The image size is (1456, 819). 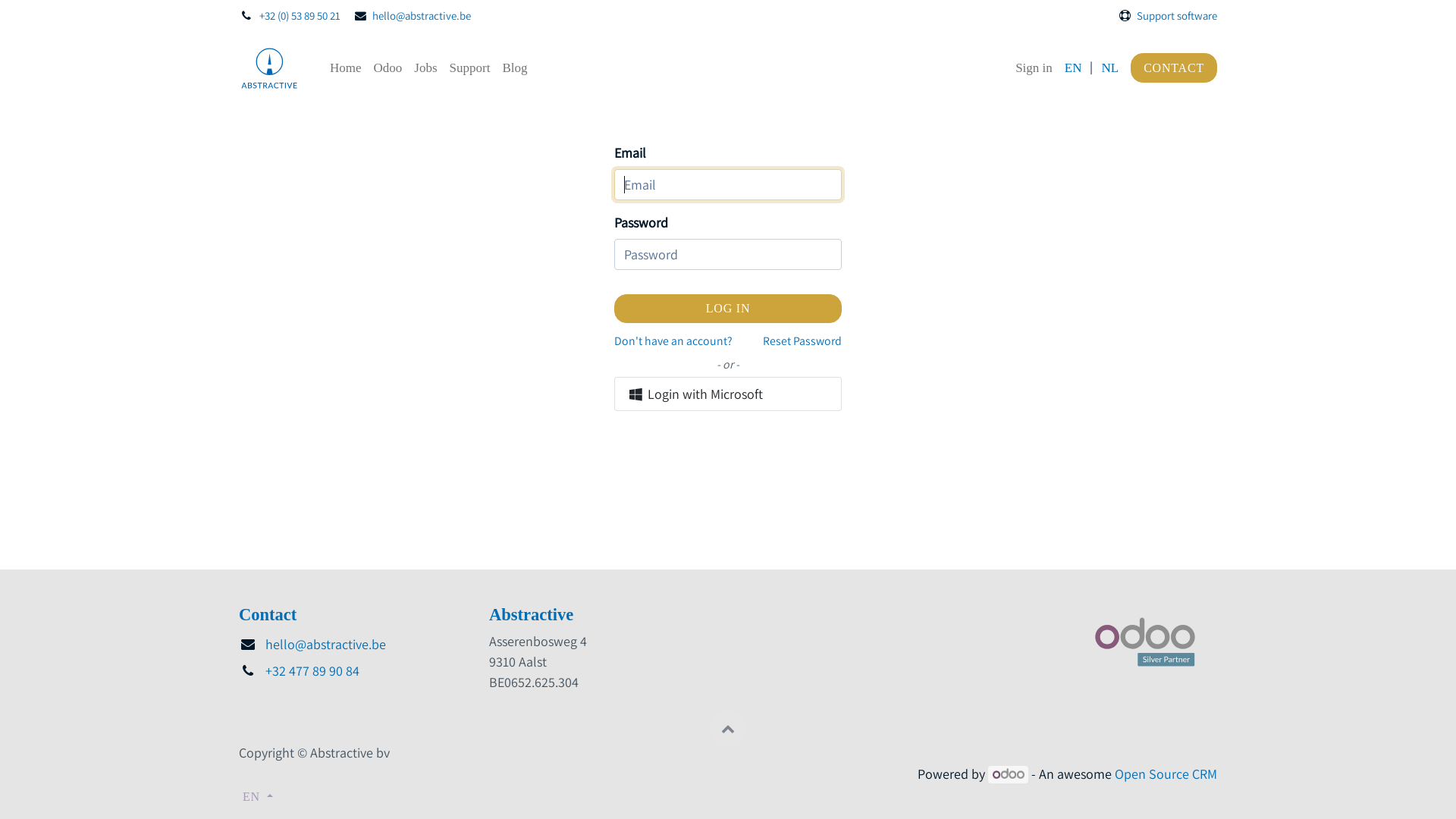 I want to click on '+32 (0) 53 89 50 21', so click(x=259, y=15).